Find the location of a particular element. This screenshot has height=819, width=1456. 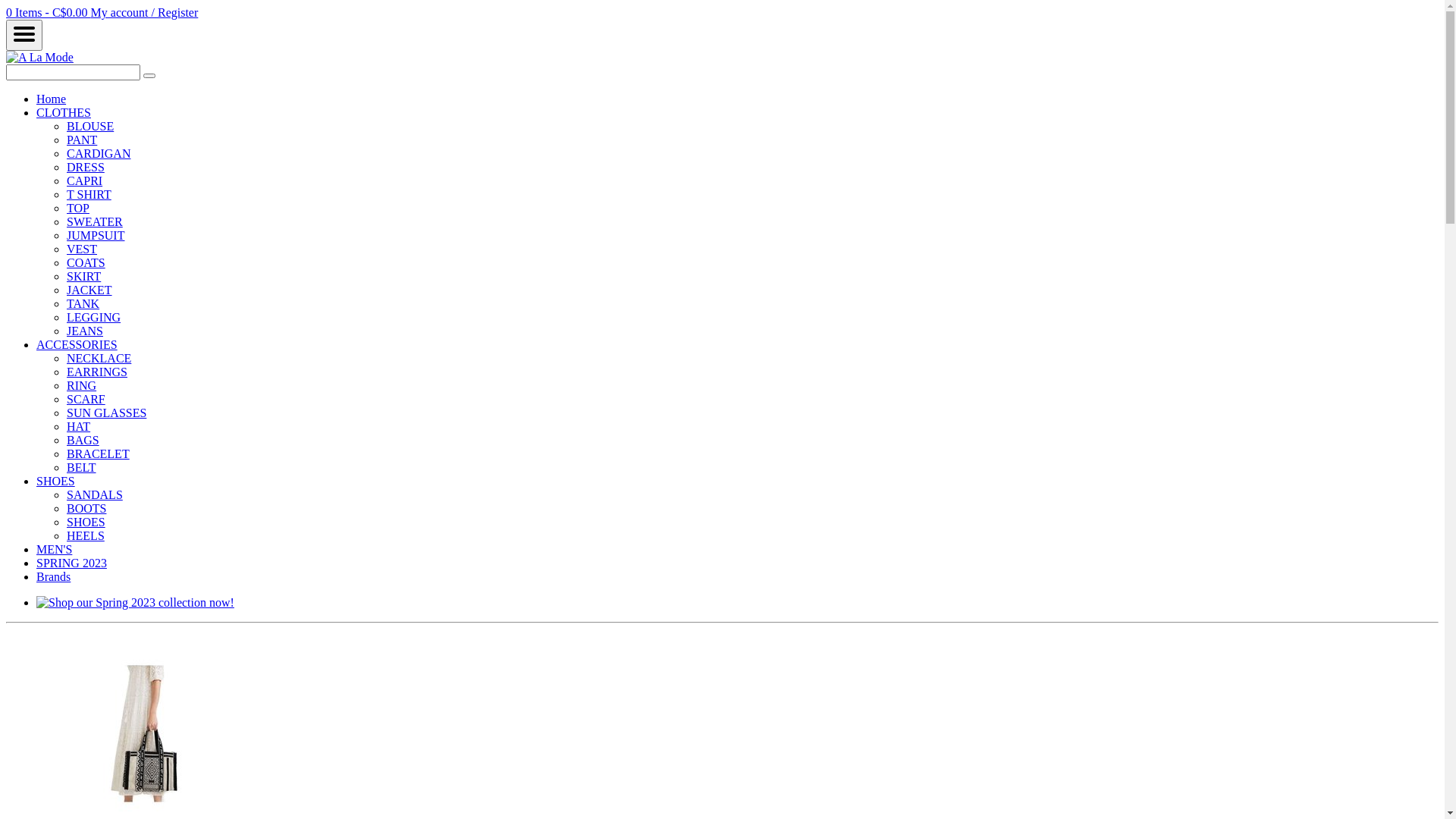

'MEN'S' is located at coordinates (54, 549).